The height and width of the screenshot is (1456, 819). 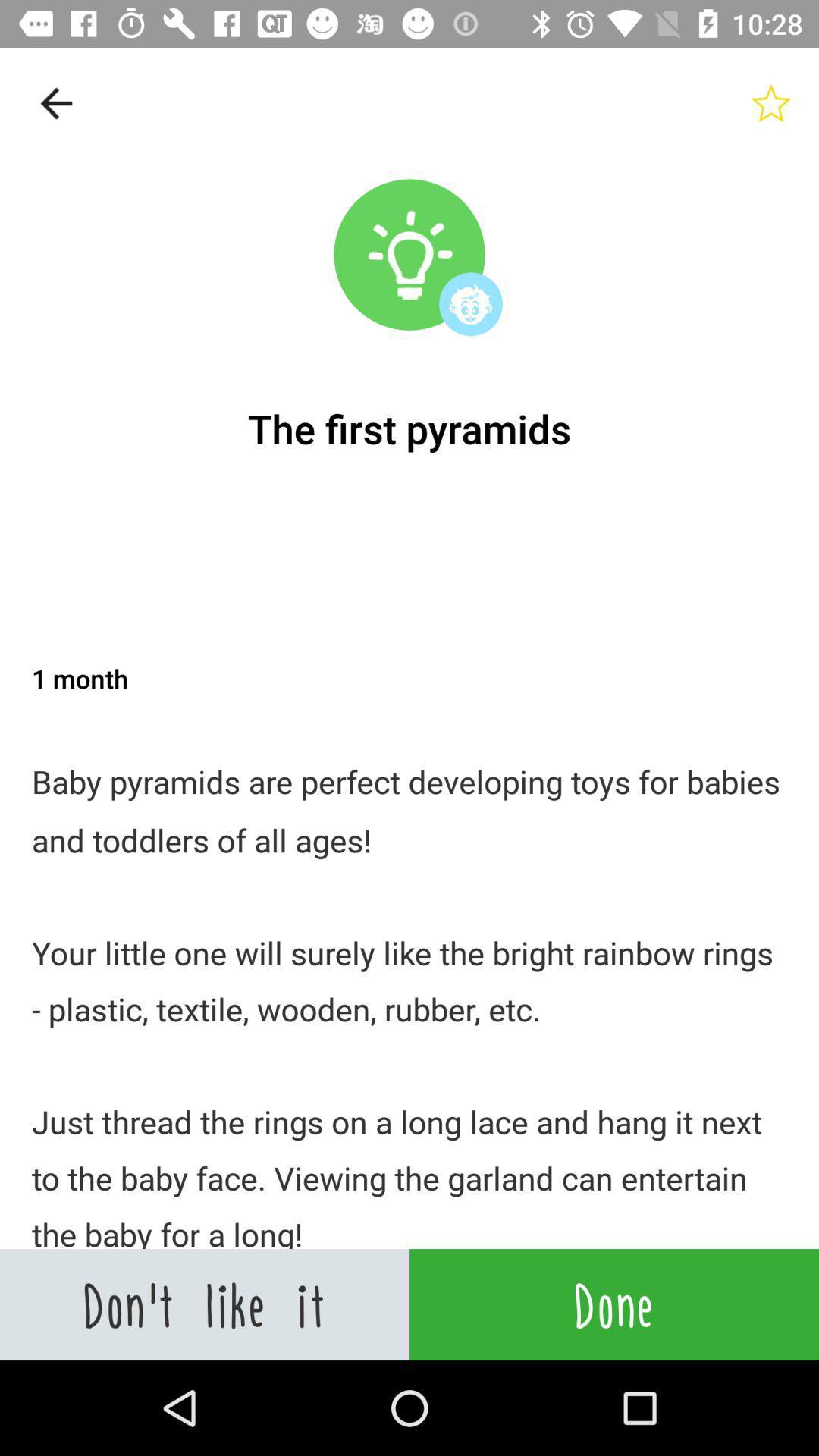 I want to click on the icon at the top right corner, so click(x=771, y=102).